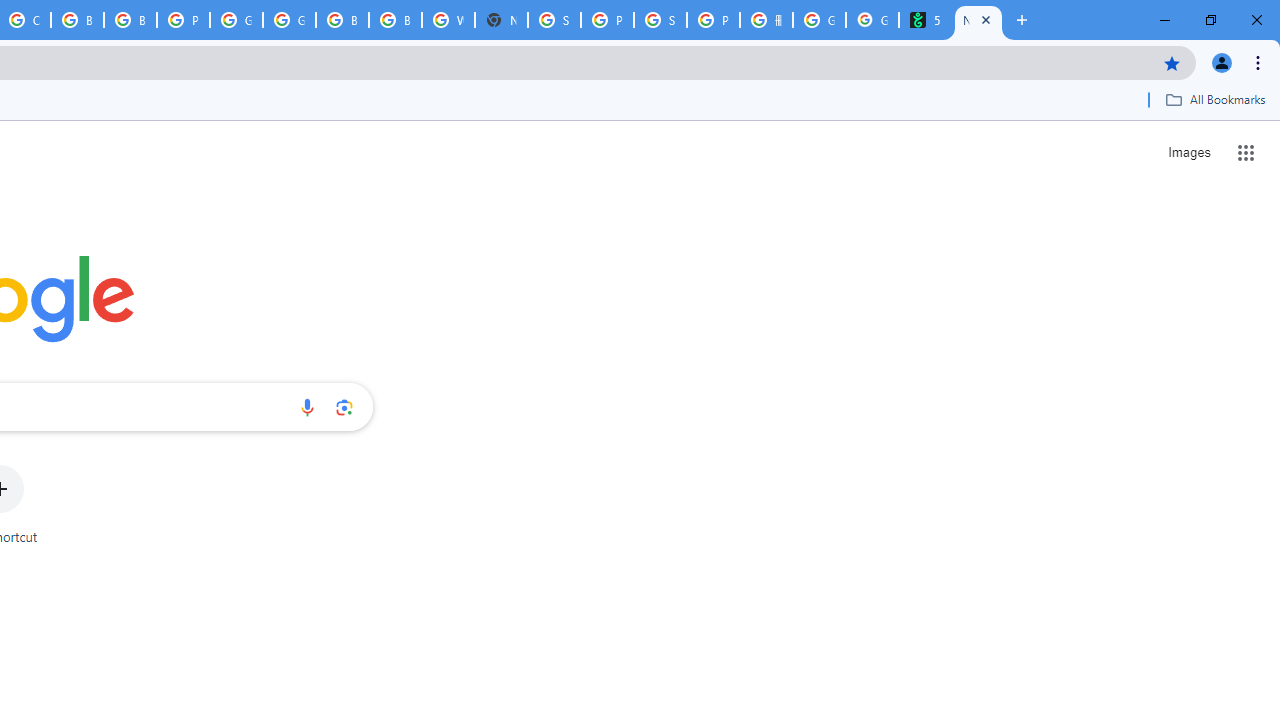  What do you see at coordinates (554, 20) in the screenshot?
I see `'Sign in - Google Accounts'` at bounding box center [554, 20].